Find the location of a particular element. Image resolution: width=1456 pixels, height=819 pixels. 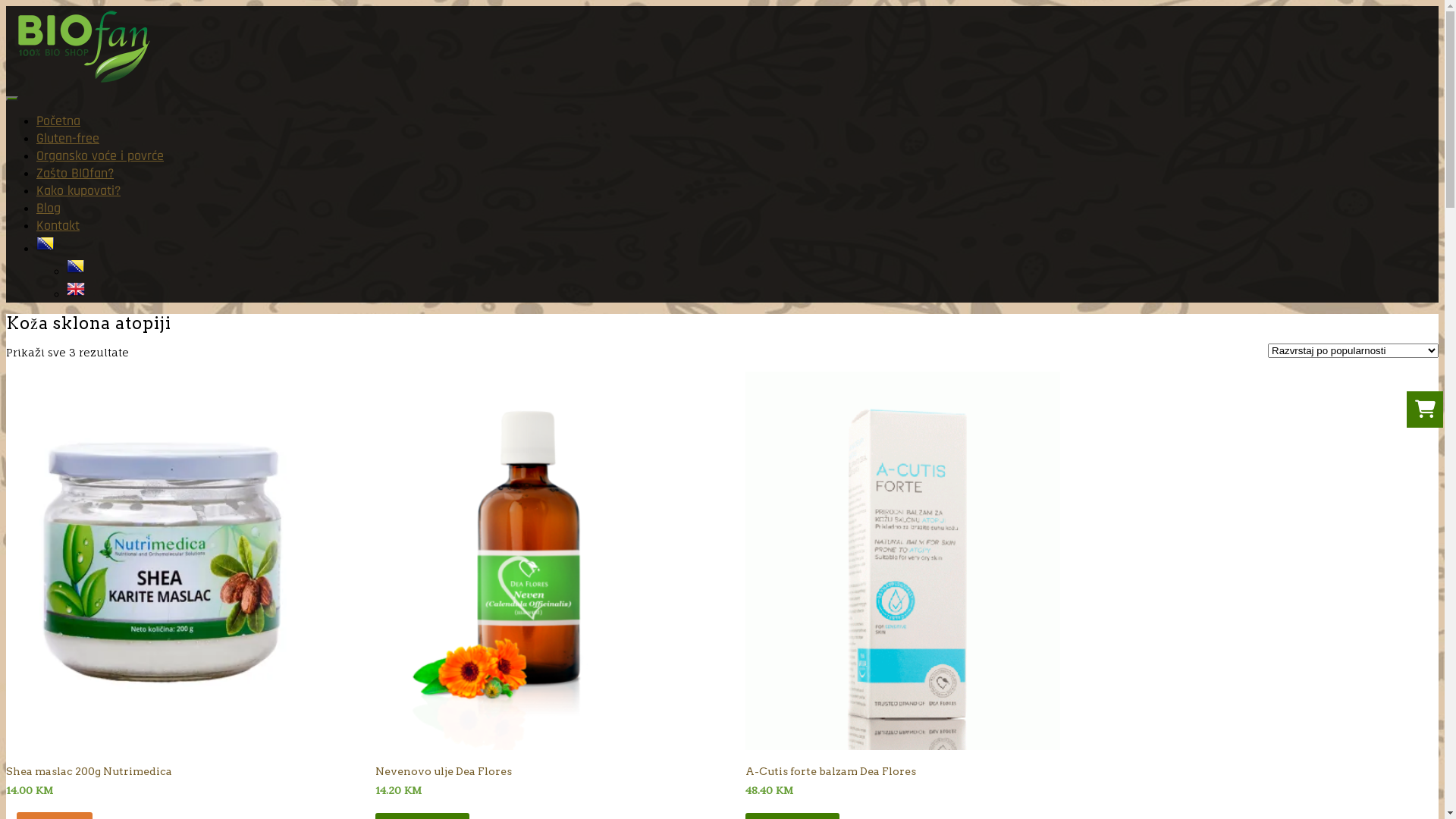

'Bosnian' is located at coordinates (75, 270).